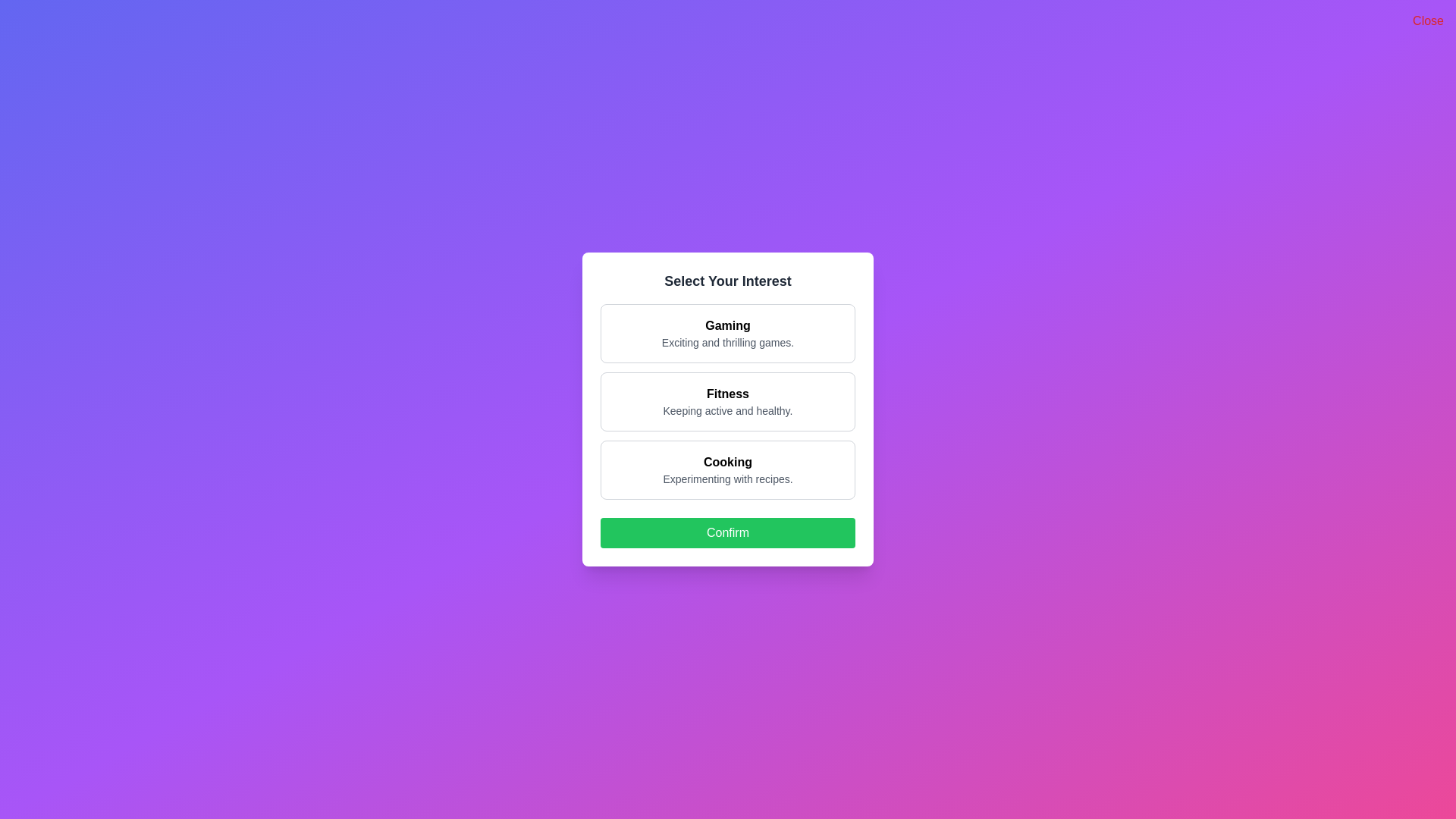  I want to click on the interest option Fitness by clicking on it, so click(728, 400).